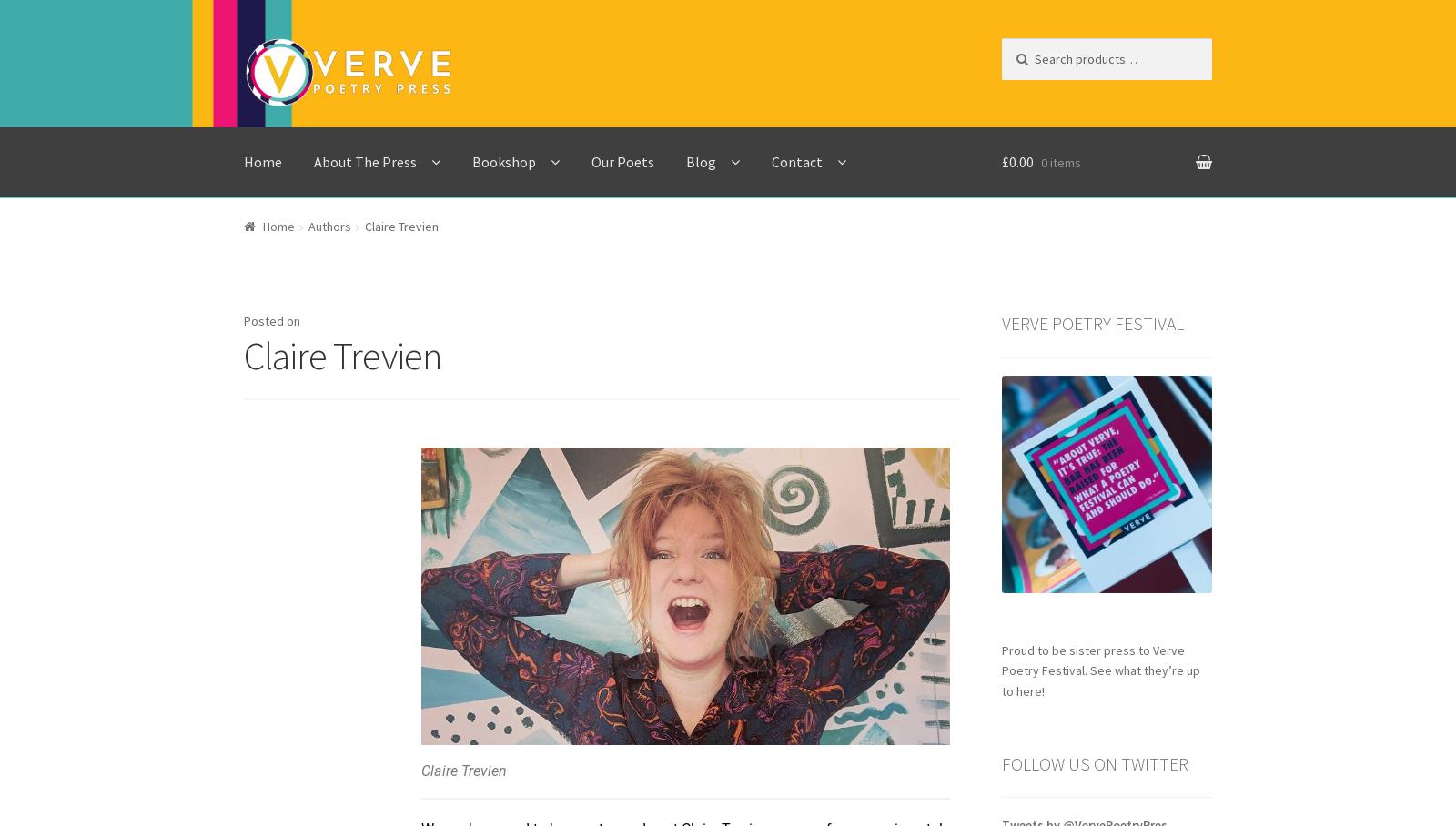 Image resolution: width=1456 pixels, height=826 pixels. What do you see at coordinates (622, 159) in the screenshot?
I see `'Our Poets'` at bounding box center [622, 159].